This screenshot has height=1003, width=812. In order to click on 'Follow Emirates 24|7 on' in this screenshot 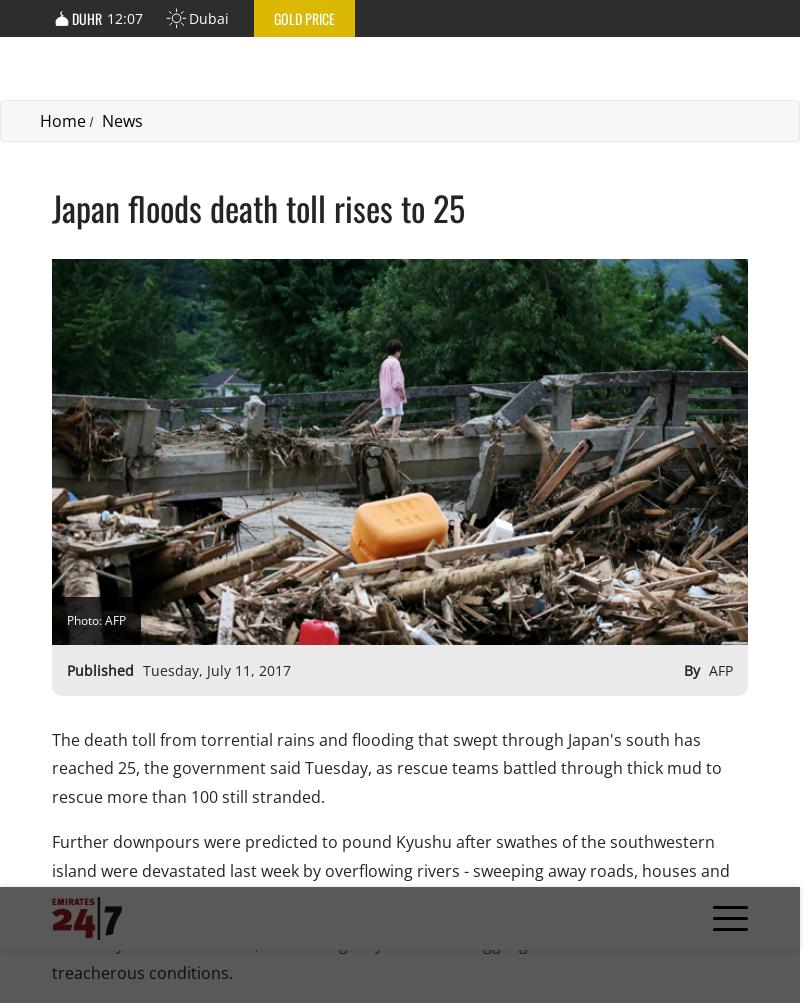, I will do `click(307, 691)`.